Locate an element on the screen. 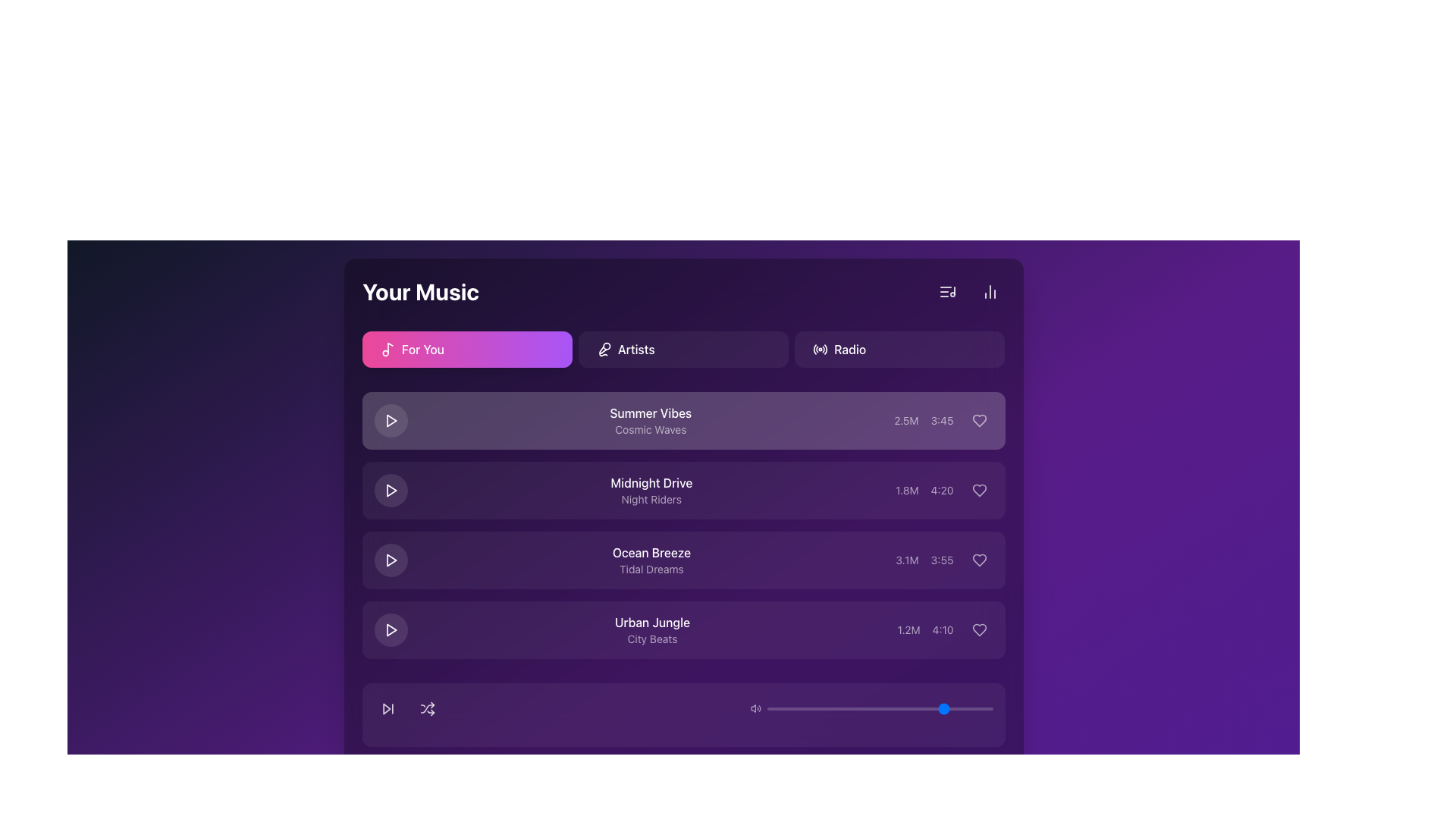  the second music track entry in the 'Your Music' section is located at coordinates (682, 491).